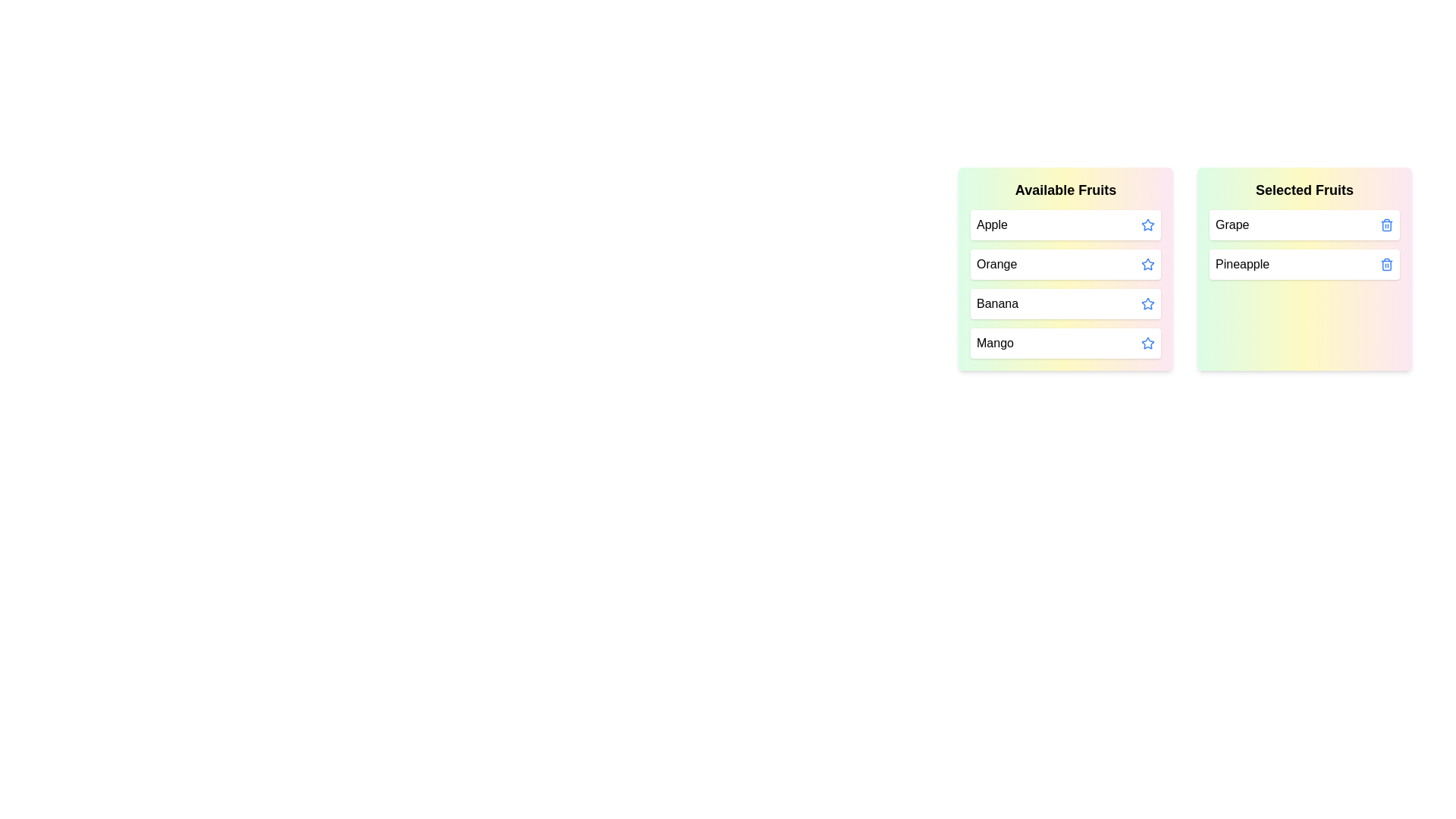 This screenshot has height=819, width=1456. What do you see at coordinates (1147, 263) in the screenshot?
I see `the star icon of the fruit Orange to move it to the 'Selected Fruits' list` at bounding box center [1147, 263].